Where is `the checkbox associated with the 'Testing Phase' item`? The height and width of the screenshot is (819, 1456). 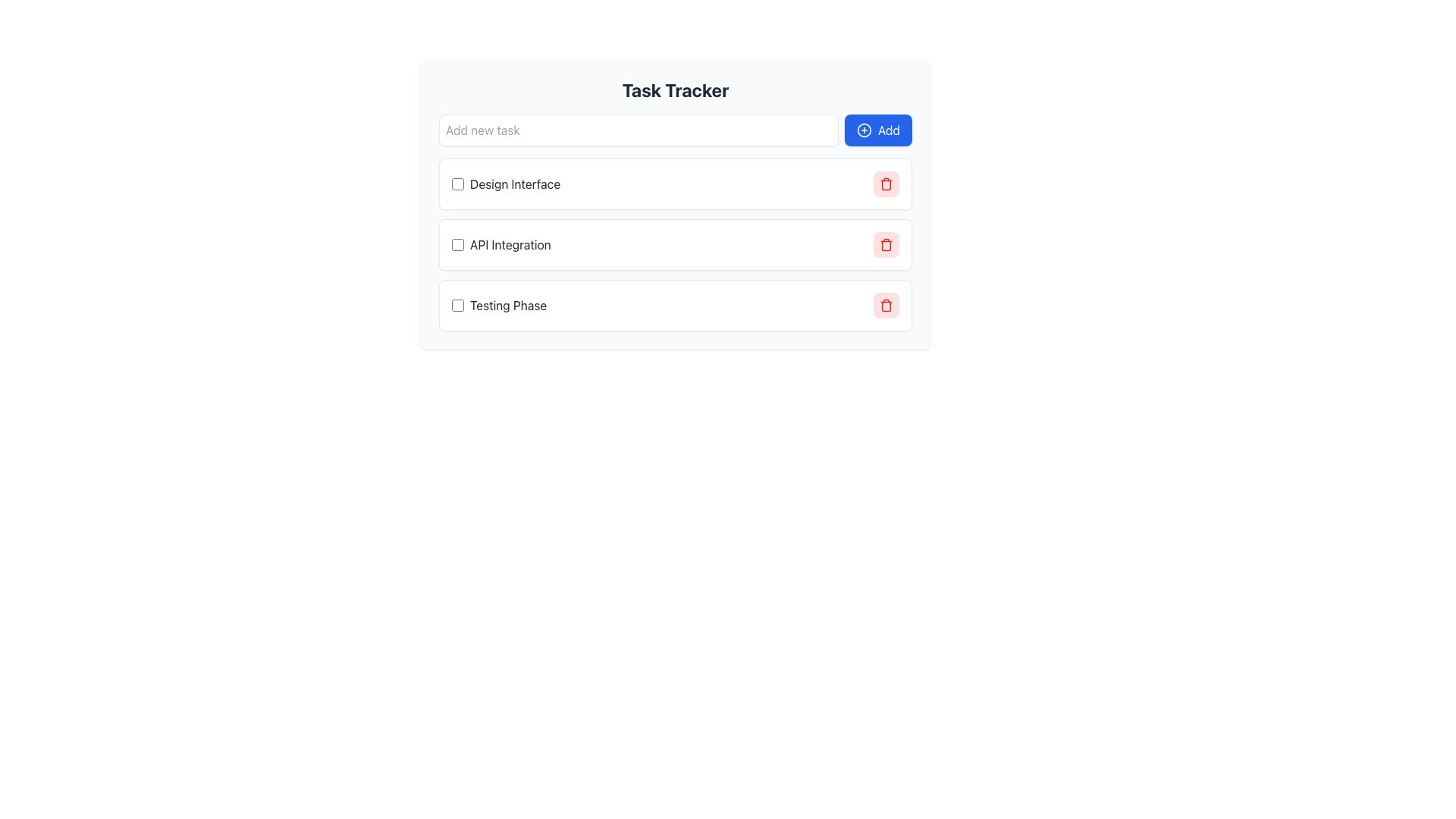
the checkbox associated with the 'Testing Phase' item is located at coordinates (457, 305).